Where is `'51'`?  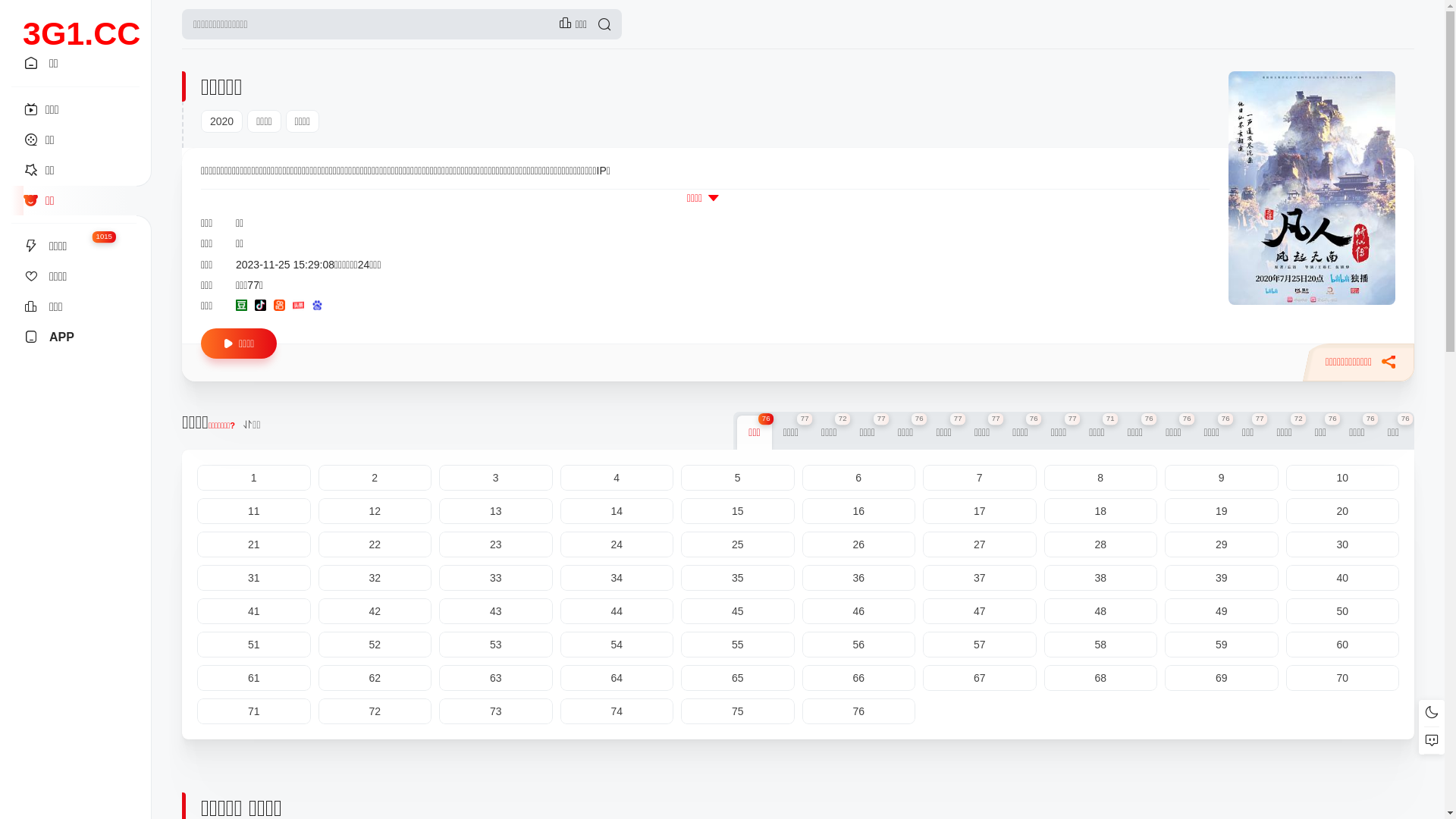 '51' is located at coordinates (196, 644).